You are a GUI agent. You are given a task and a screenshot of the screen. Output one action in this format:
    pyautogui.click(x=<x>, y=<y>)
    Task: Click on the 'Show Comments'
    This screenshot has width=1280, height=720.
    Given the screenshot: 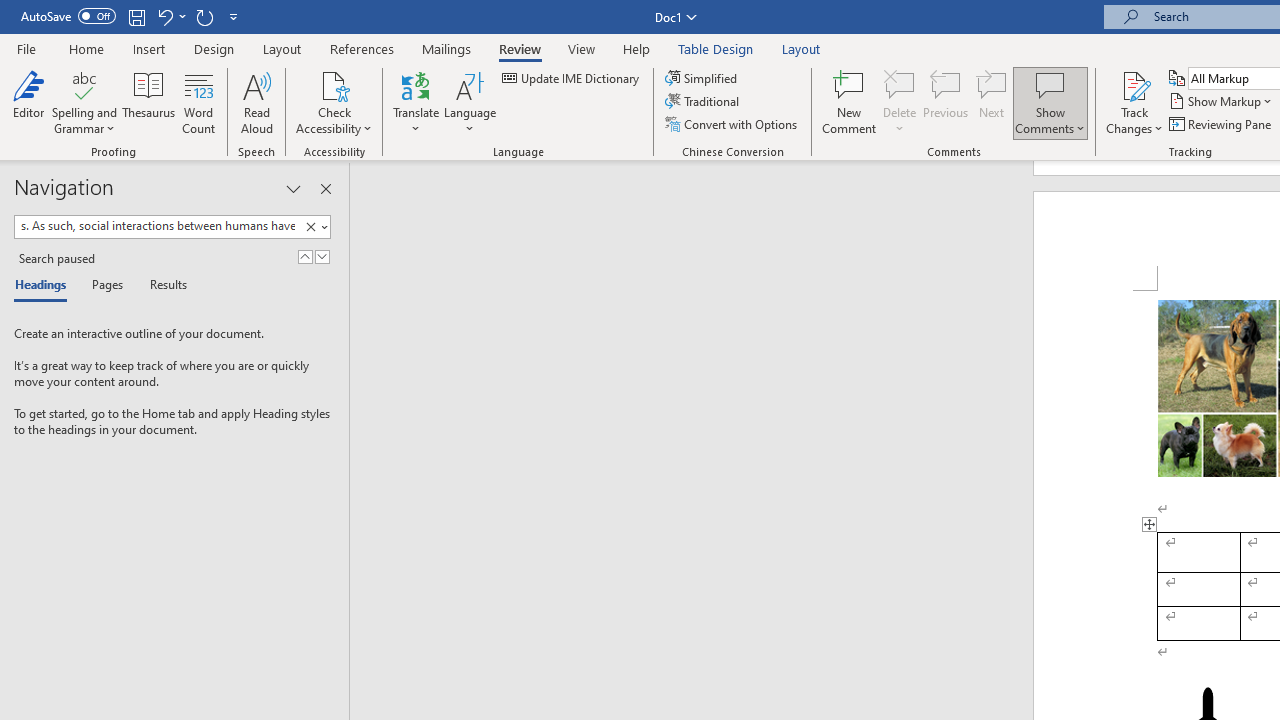 What is the action you would take?
    pyautogui.click(x=1049, y=84)
    